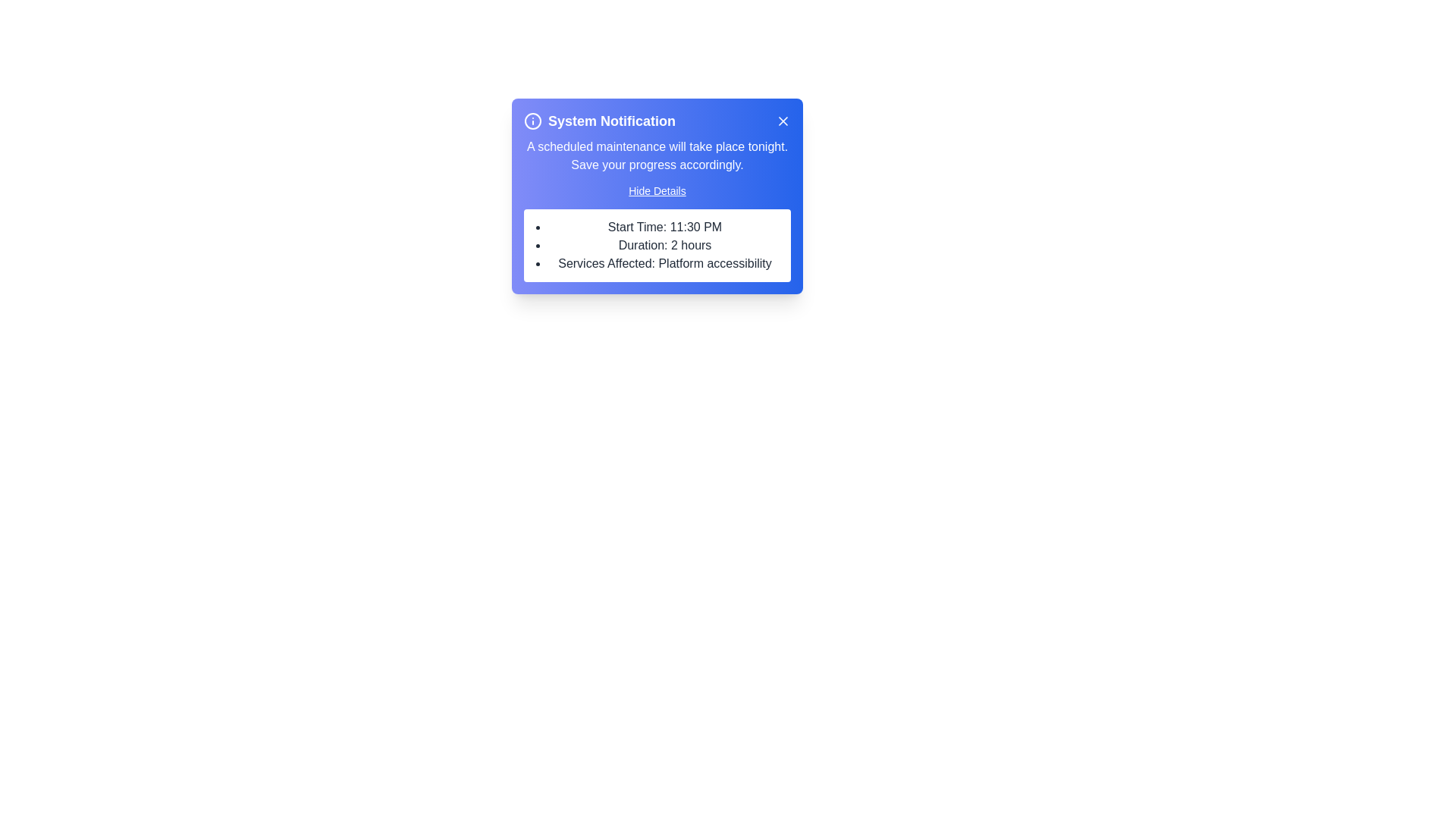  What do you see at coordinates (656, 190) in the screenshot?
I see `'Hide Details' button to toggle the visibility of the details section` at bounding box center [656, 190].